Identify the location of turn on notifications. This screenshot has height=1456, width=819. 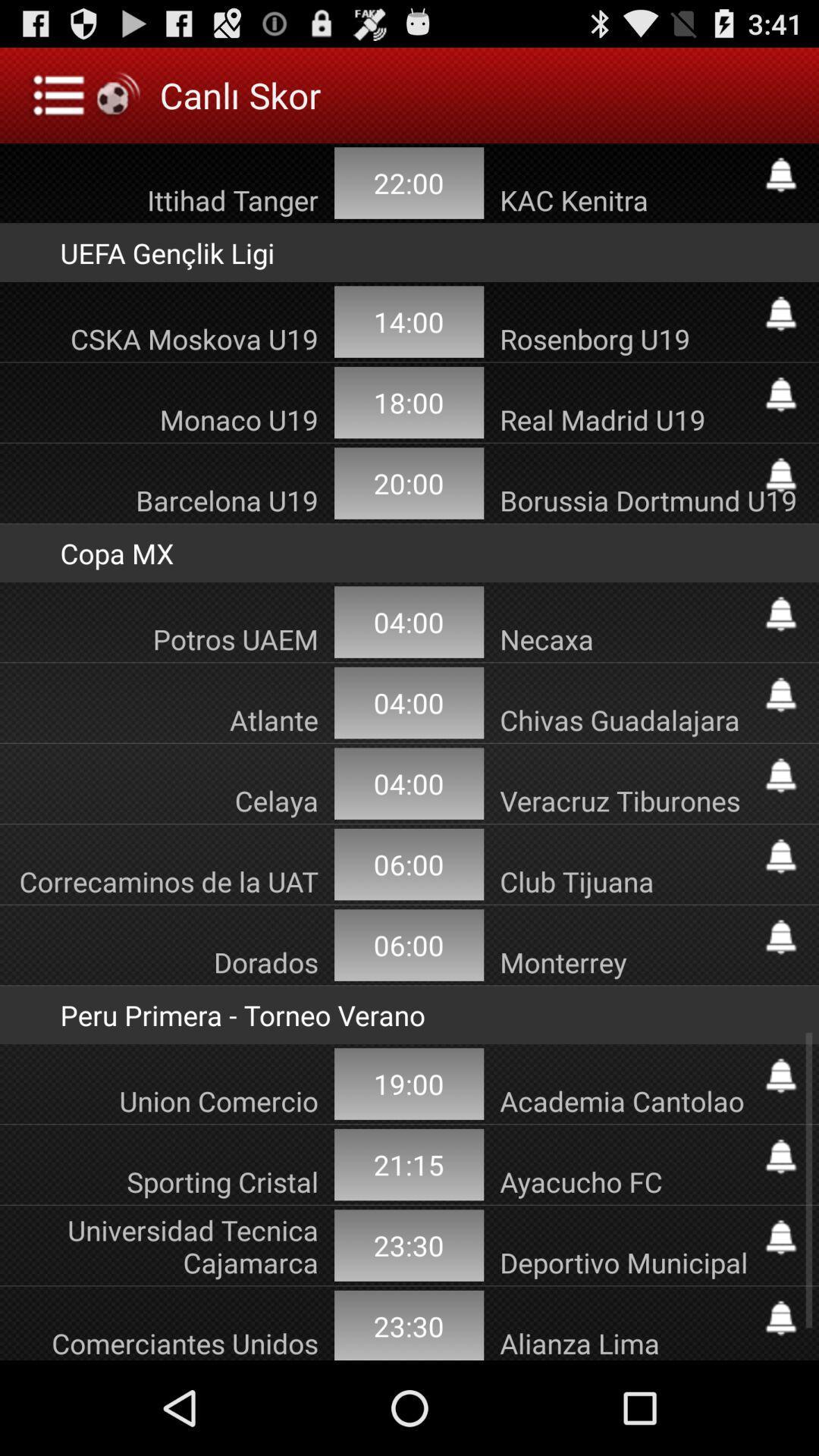
(780, 856).